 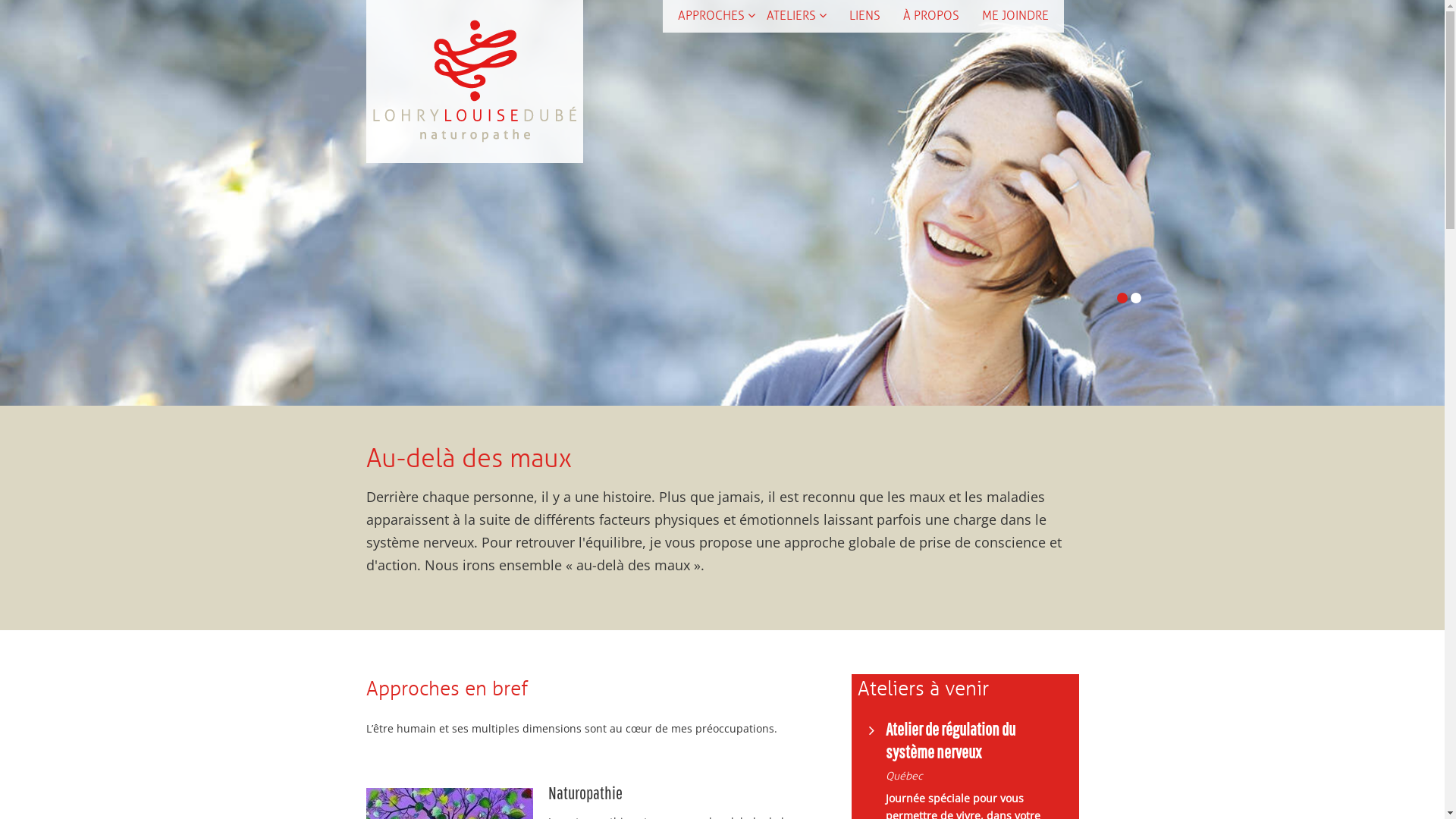 I want to click on 'LIENS', so click(x=864, y=15).